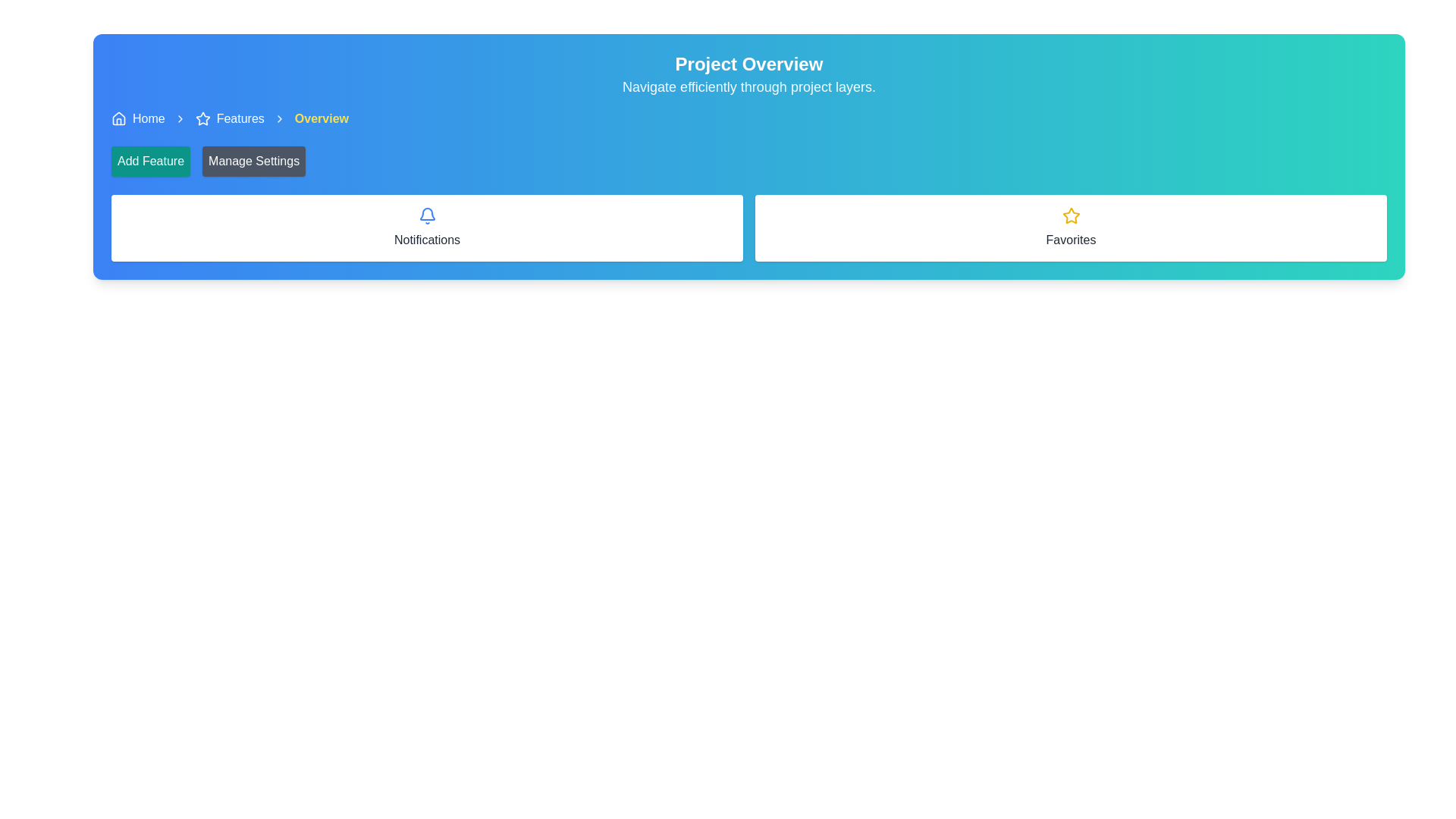 The height and width of the screenshot is (819, 1456). Describe the element at coordinates (426, 239) in the screenshot. I see `the 'Notifications' text label, which is styled in a sans-serif font and is located below a notification bell icon, centered in a white background` at that location.